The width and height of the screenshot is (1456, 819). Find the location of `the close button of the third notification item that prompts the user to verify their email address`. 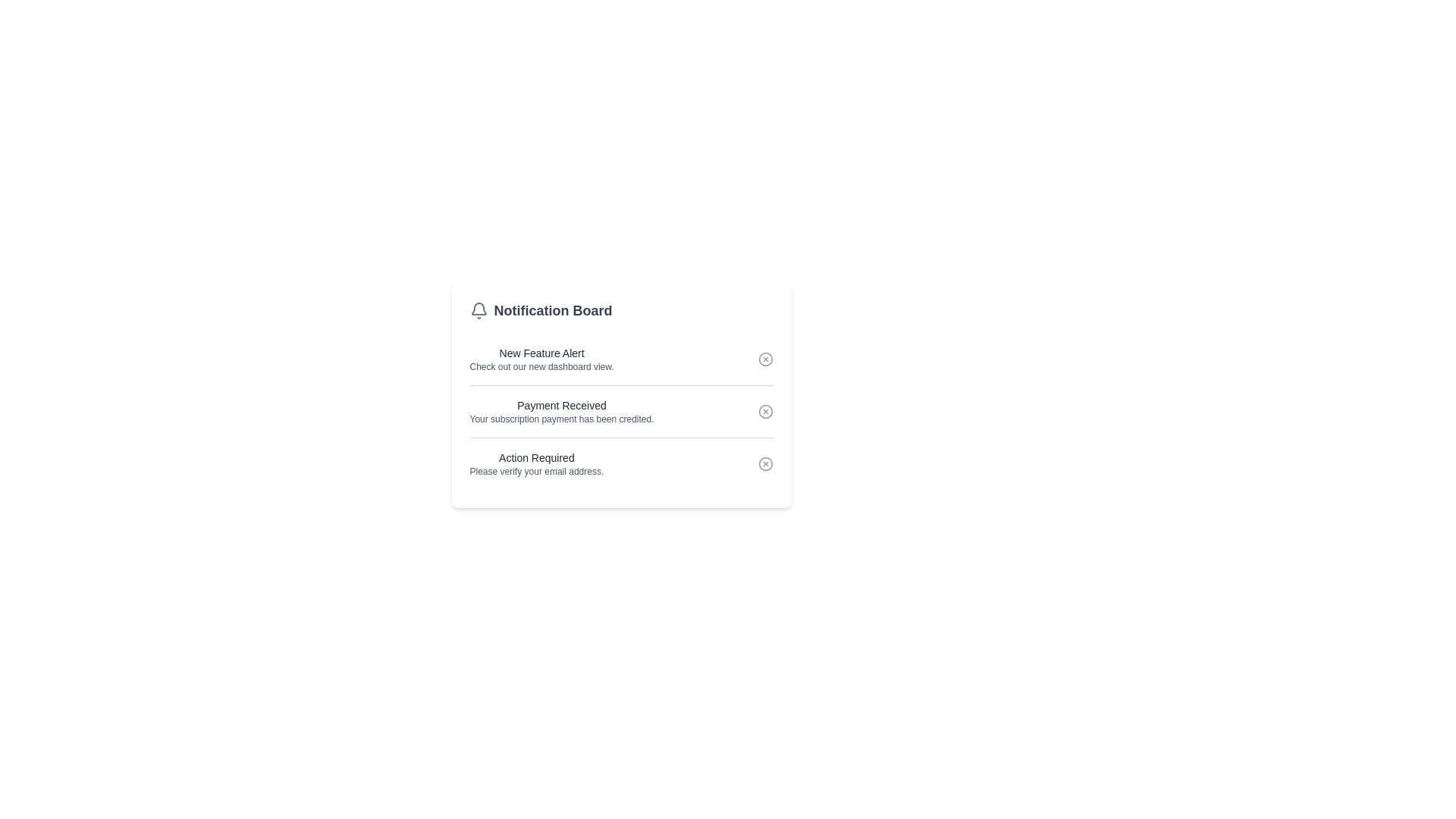

the close button of the third notification item that prompts the user to verify their email address is located at coordinates (621, 463).